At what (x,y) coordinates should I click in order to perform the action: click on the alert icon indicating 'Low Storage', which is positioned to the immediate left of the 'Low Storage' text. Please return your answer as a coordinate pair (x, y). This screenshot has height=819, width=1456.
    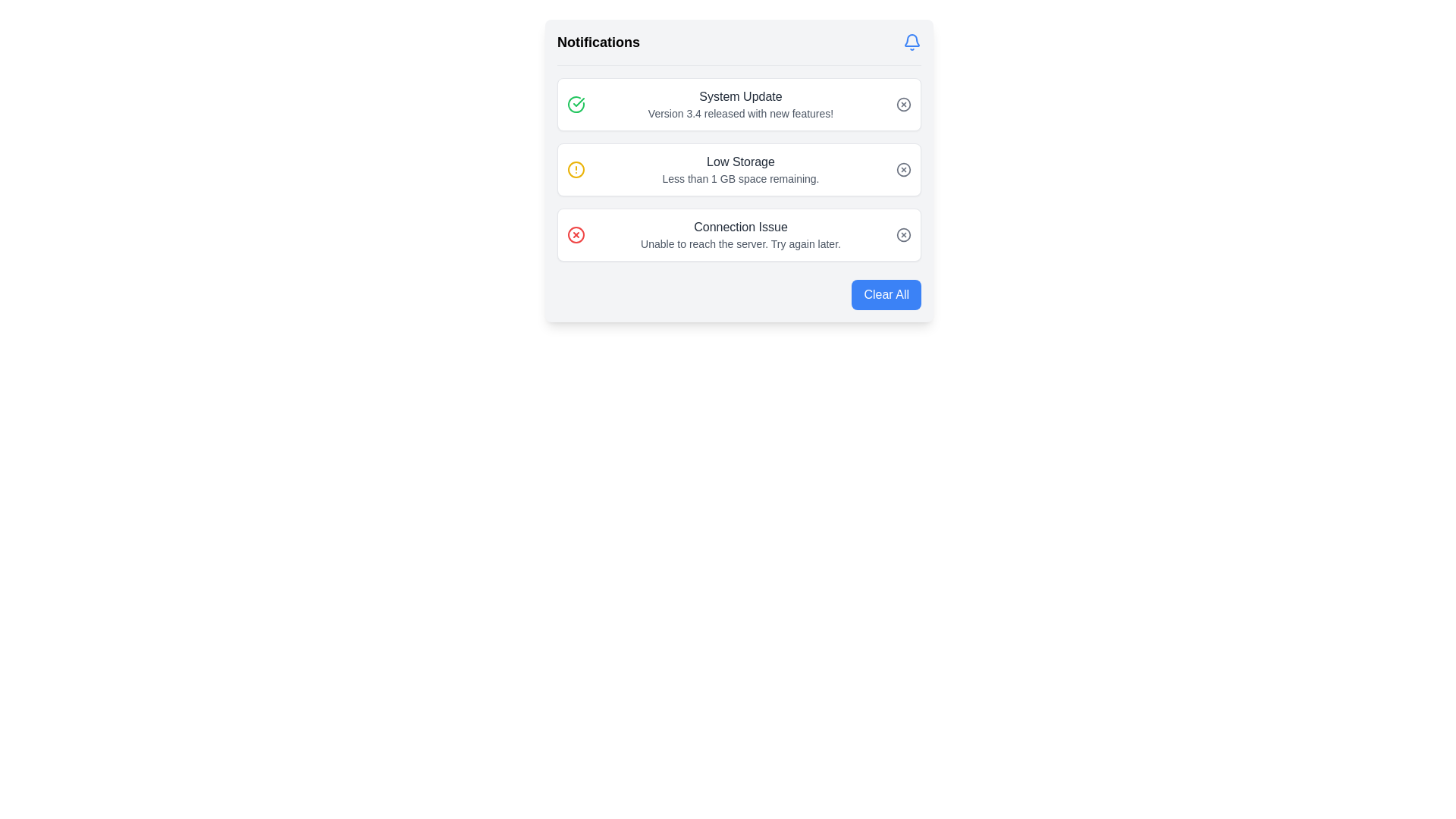
    Looking at the image, I should click on (575, 169).